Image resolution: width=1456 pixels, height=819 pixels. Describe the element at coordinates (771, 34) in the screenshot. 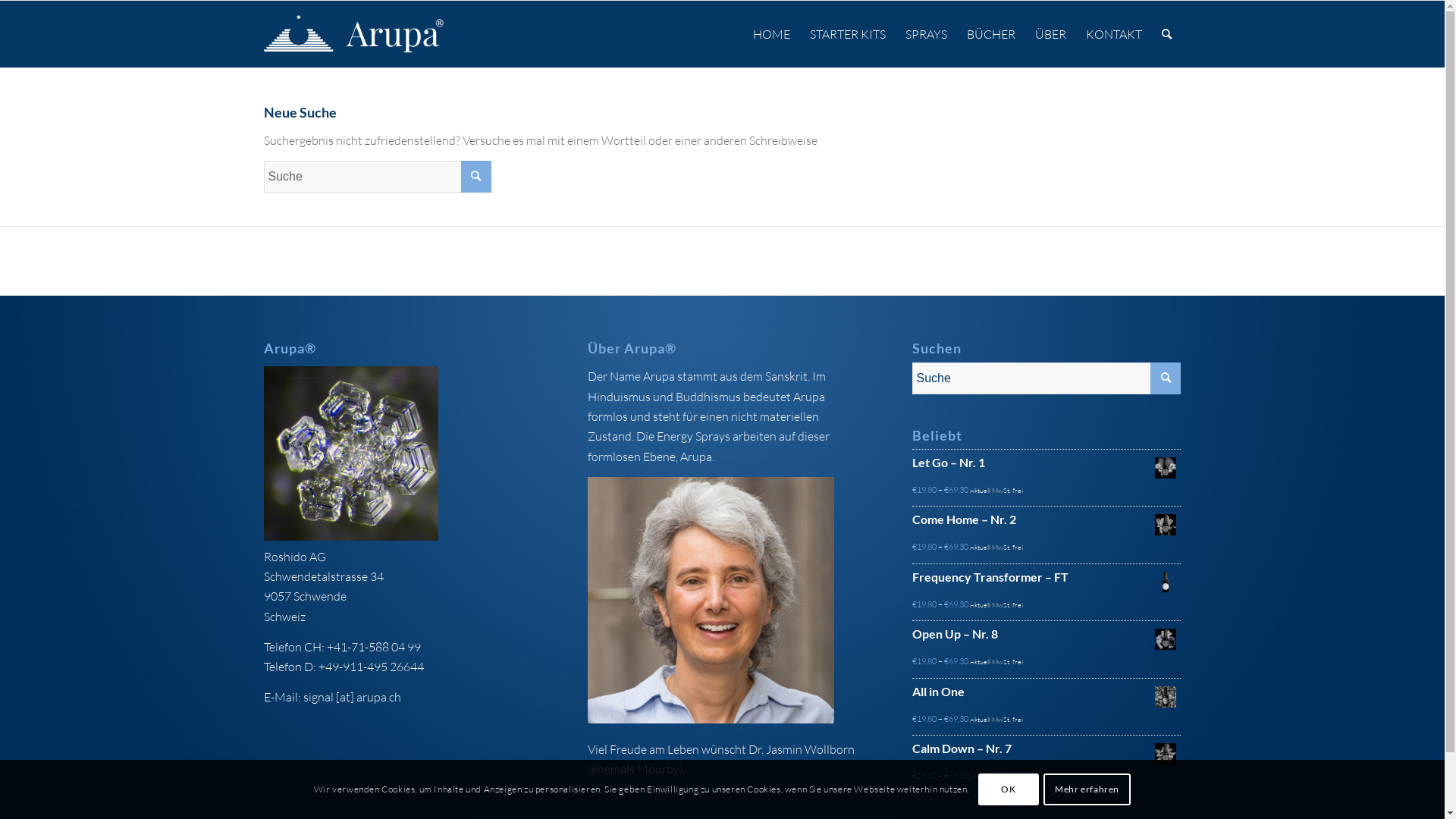

I see `'HOME'` at that location.